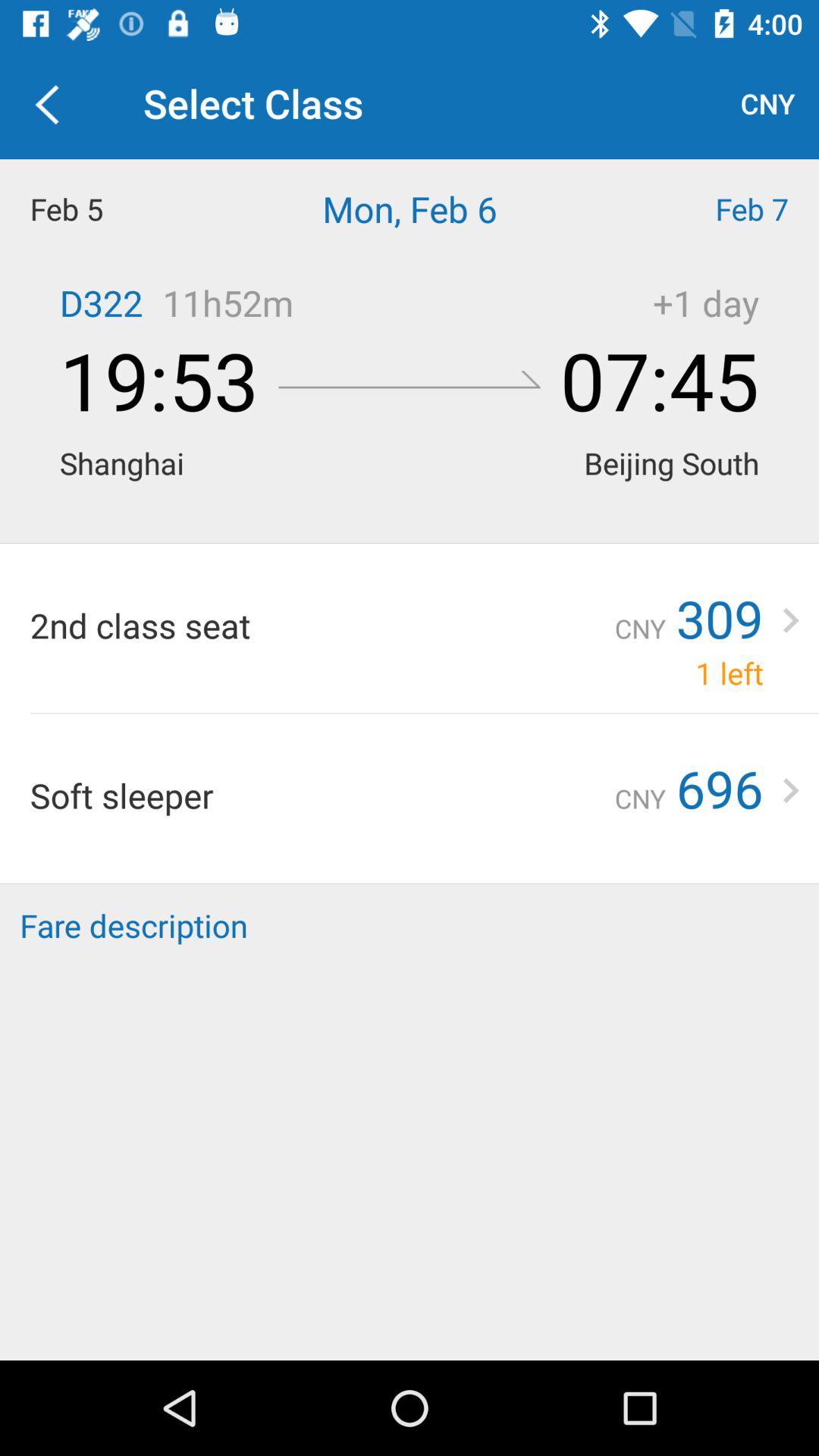 The image size is (819, 1456). What do you see at coordinates (728, 672) in the screenshot?
I see `the 1 left` at bounding box center [728, 672].